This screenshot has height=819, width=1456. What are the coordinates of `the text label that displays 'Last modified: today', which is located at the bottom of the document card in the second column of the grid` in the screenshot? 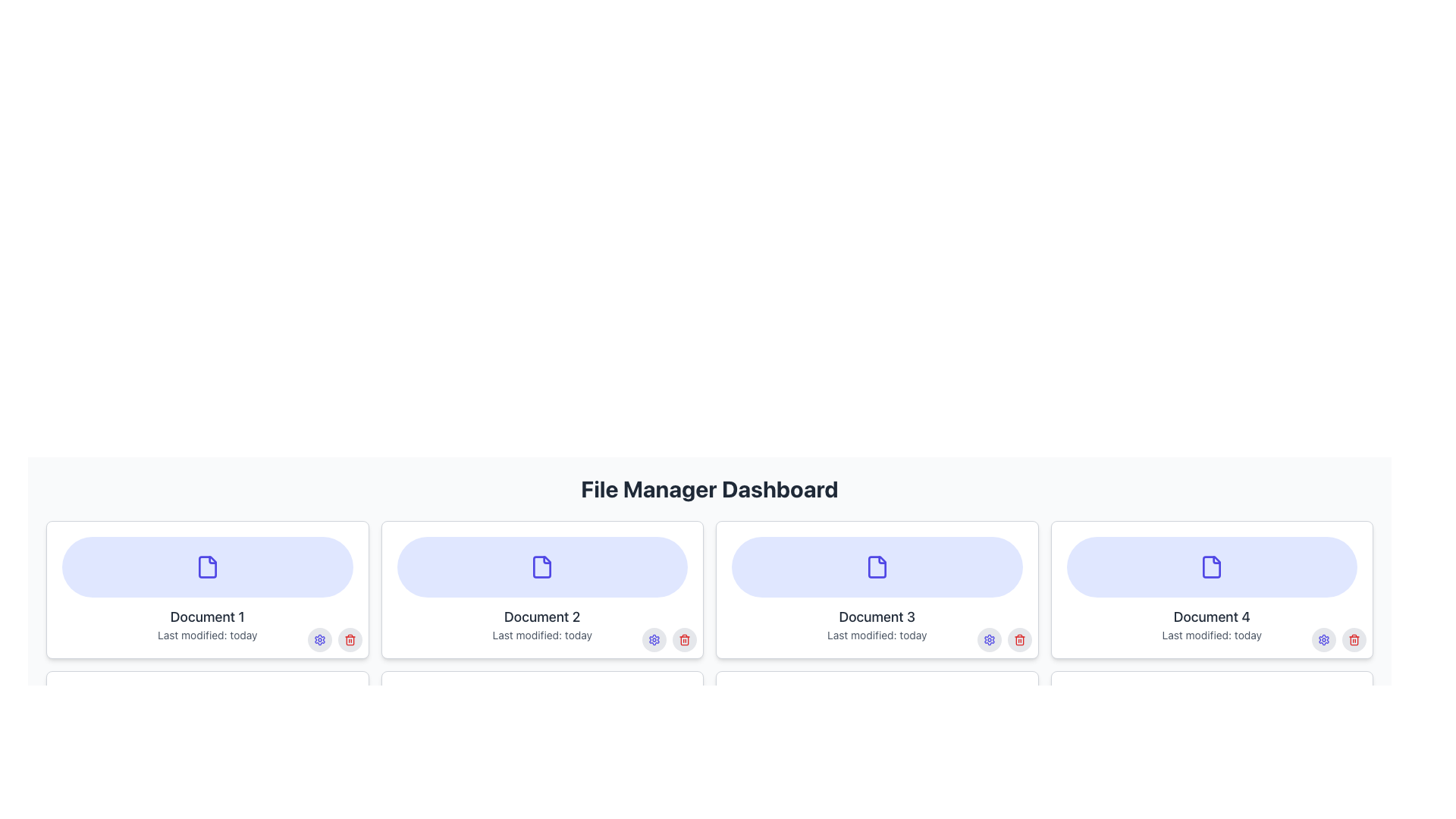 It's located at (542, 635).